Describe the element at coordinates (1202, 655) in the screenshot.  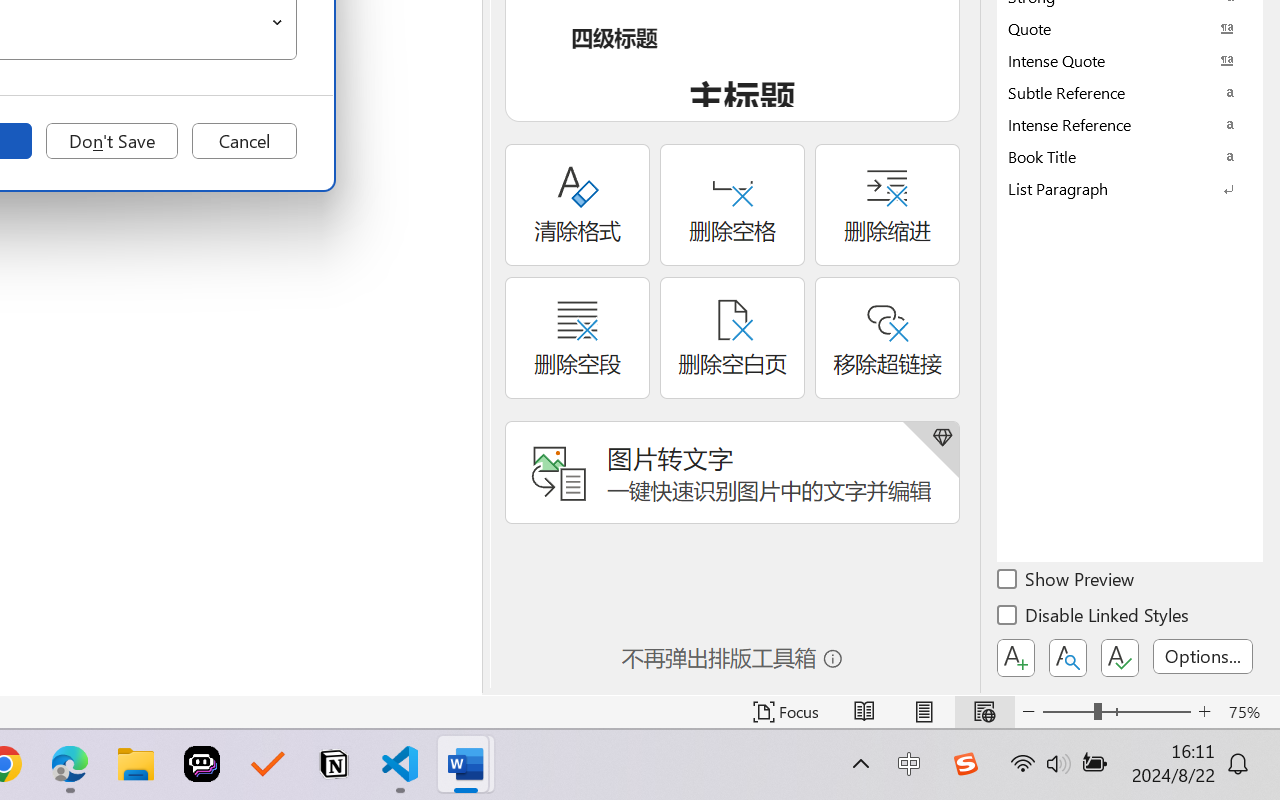
I see `'Options...'` at that location.